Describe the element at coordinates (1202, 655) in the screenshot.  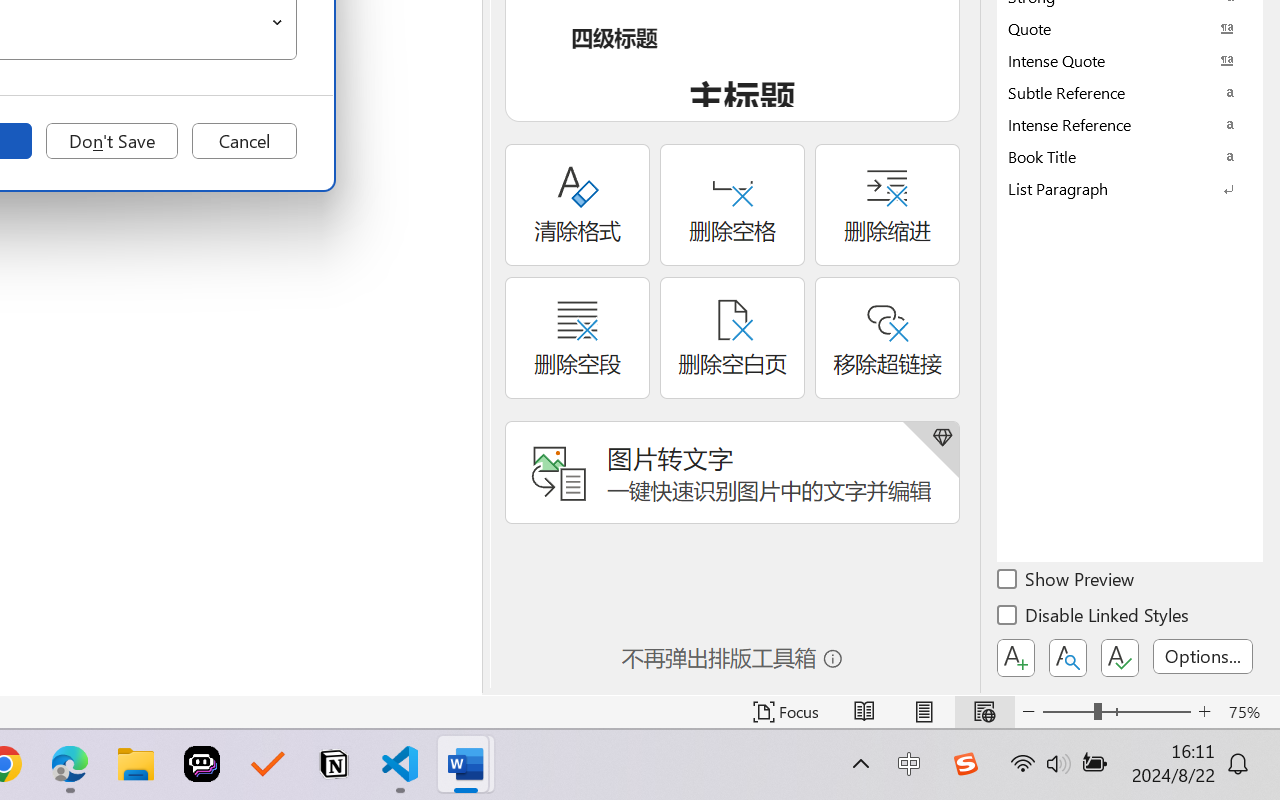
I see `'Options...'` at that location.